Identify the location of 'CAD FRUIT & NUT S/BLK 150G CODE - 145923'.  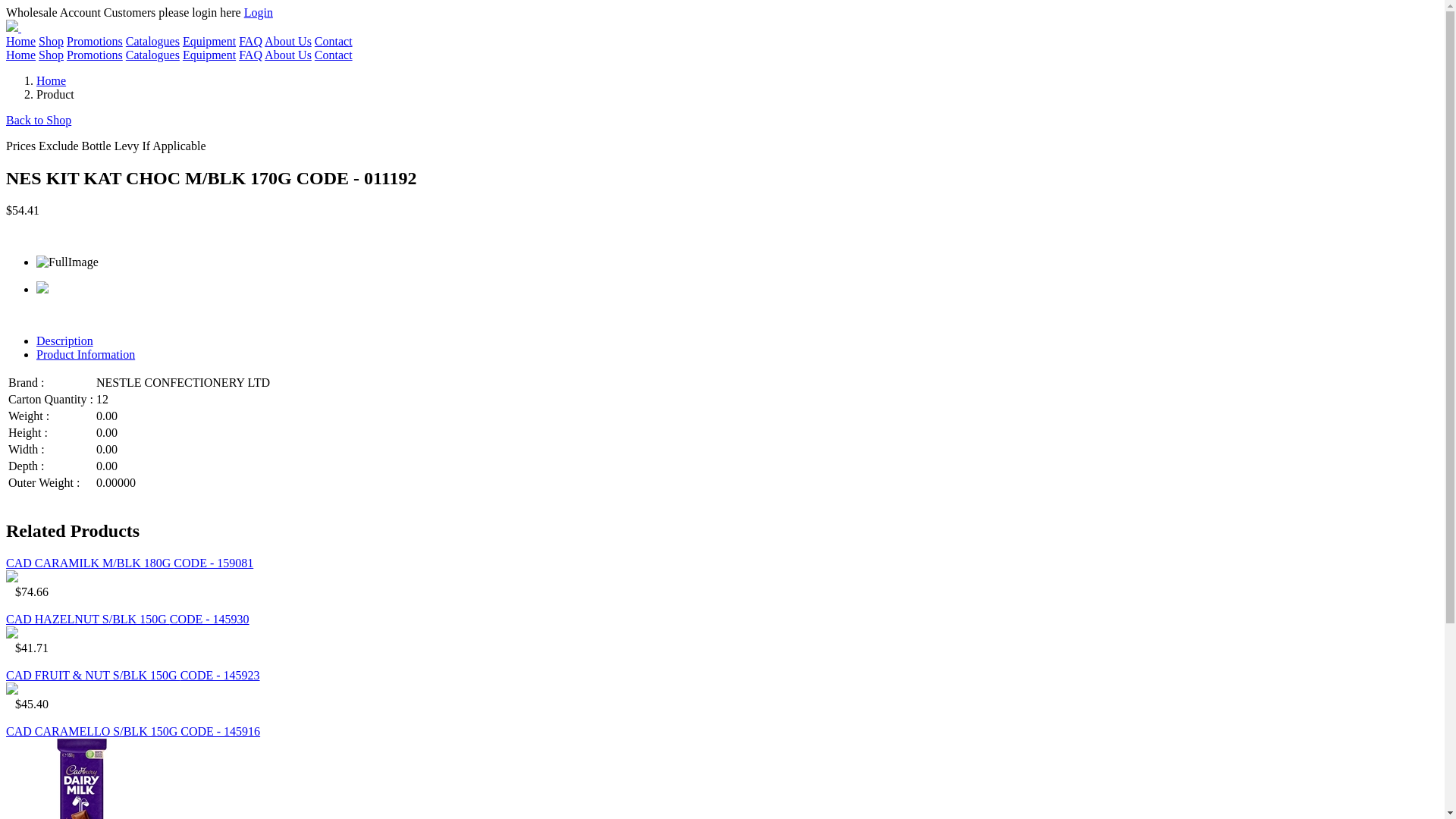
(133, 674).